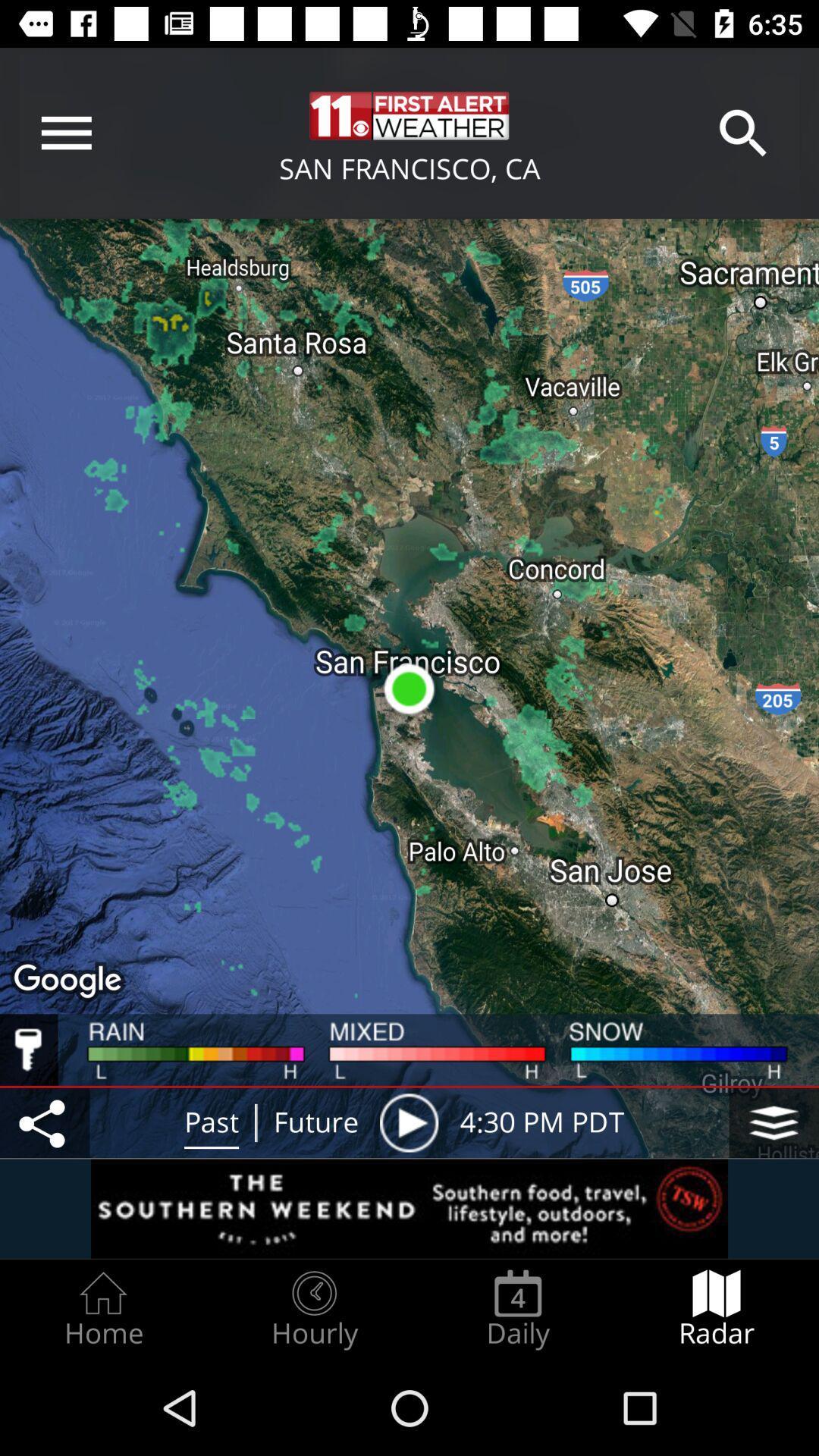  Describe the element at coordinates (409, 113) in the screenshot. I see `the text which is beside to search option` at that location.